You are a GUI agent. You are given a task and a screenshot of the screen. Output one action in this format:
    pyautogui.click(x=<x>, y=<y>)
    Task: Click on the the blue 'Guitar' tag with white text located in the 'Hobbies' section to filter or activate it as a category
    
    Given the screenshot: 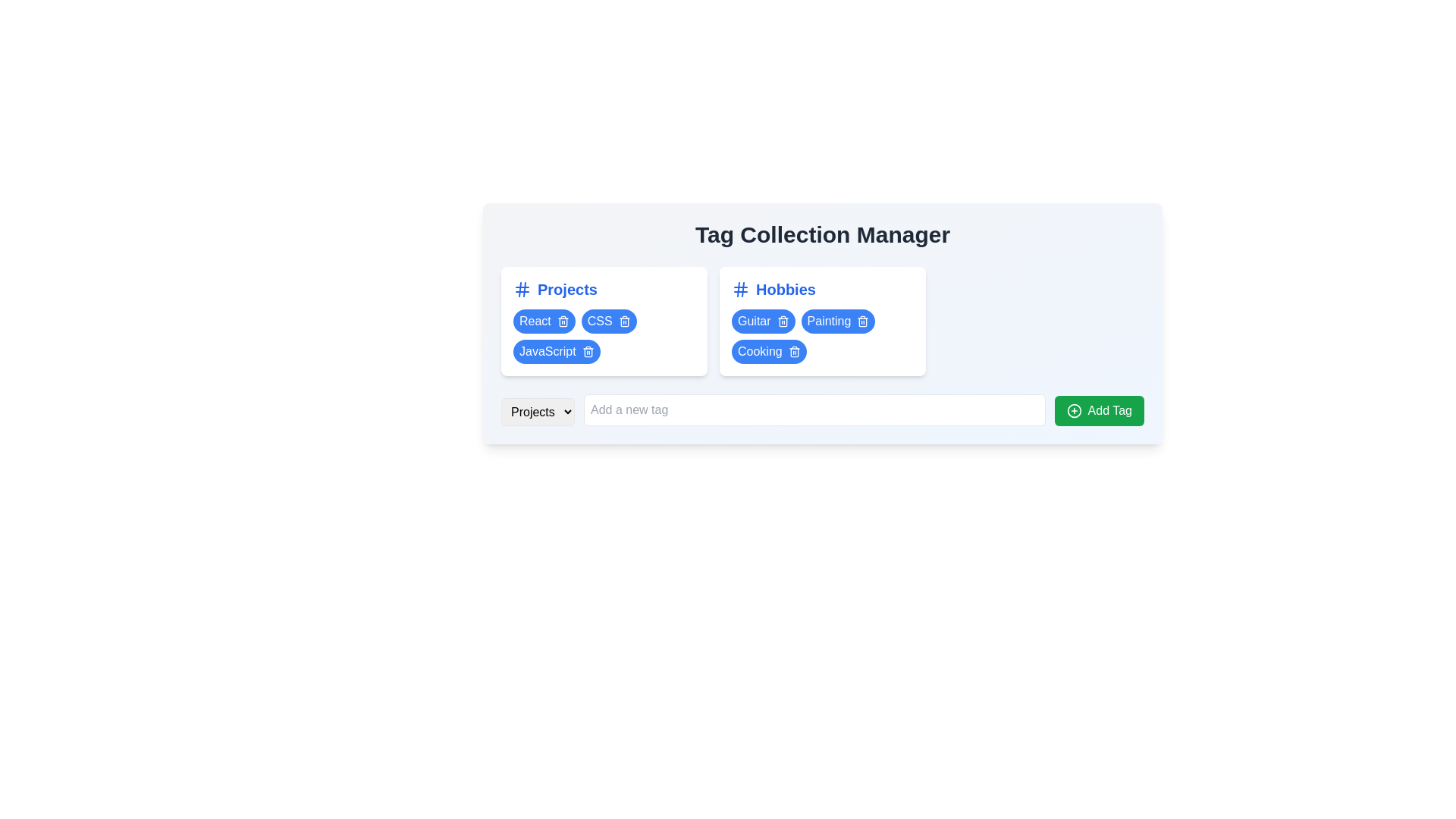 What is the action you would take?
    pyautogui.click(x=763, y=321)
    